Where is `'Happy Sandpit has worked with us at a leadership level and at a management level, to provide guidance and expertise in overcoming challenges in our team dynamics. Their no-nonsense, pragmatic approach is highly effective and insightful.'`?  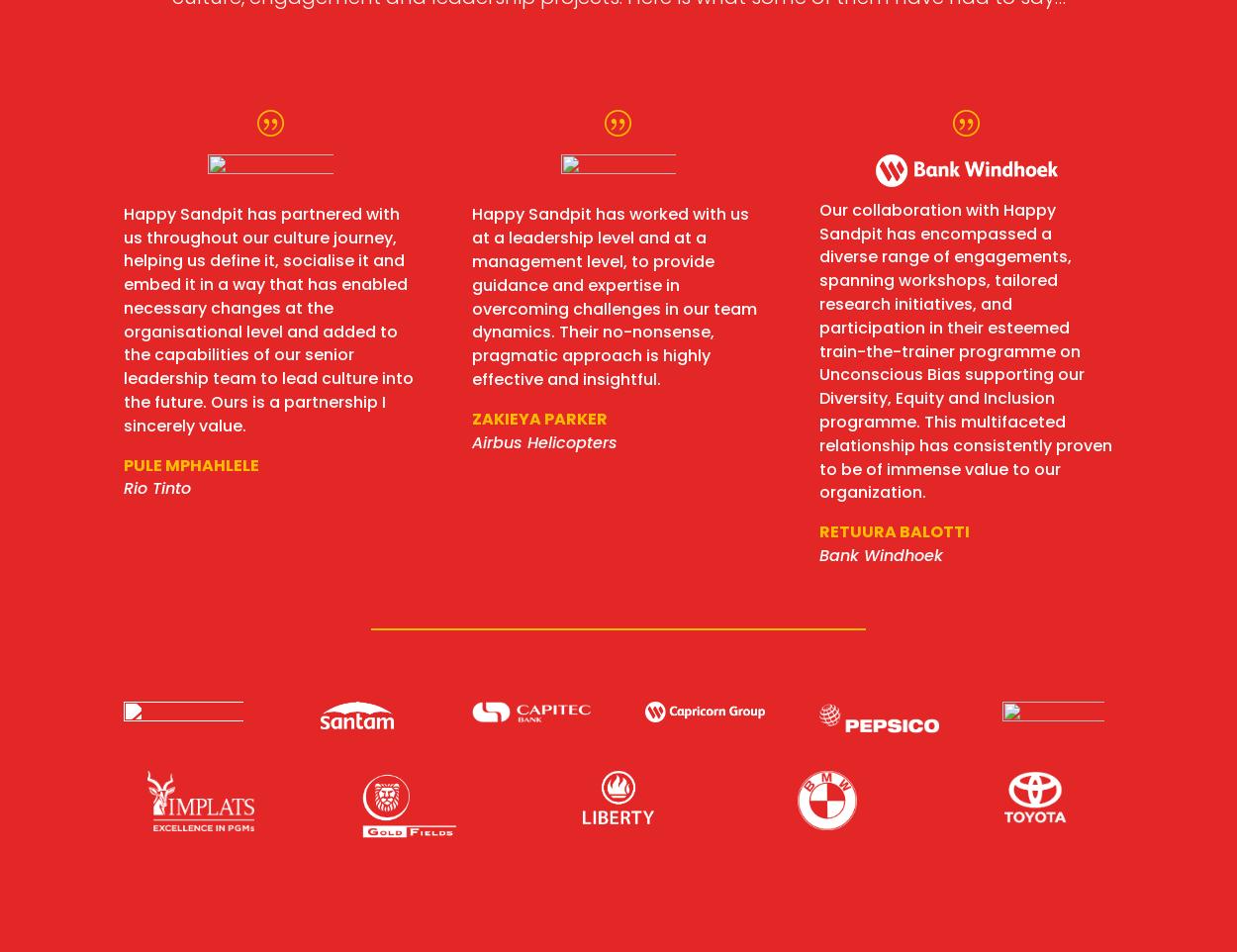 'Happy Sandpit has worked with us at a leadership level and at a management level, to provide guidance and expertise in overcoming challenges in our team dynamics. Their no-nonsense, pragmatic approach is highly effective and insightful.' is located at coordinates (470, 295).